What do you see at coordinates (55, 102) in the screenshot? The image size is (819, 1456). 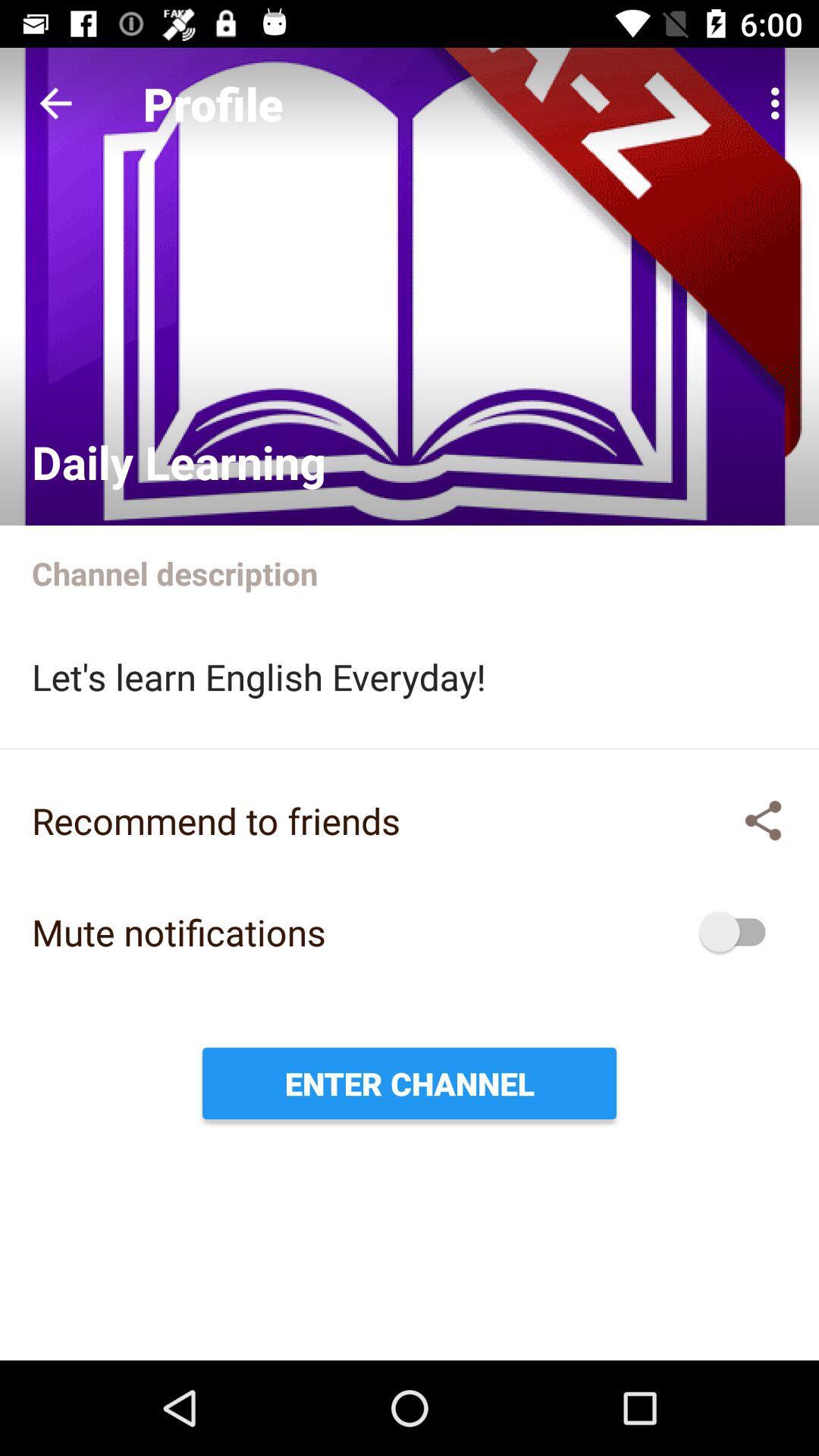 I see `item above the daily learning item` at bounding box center [55, 102].